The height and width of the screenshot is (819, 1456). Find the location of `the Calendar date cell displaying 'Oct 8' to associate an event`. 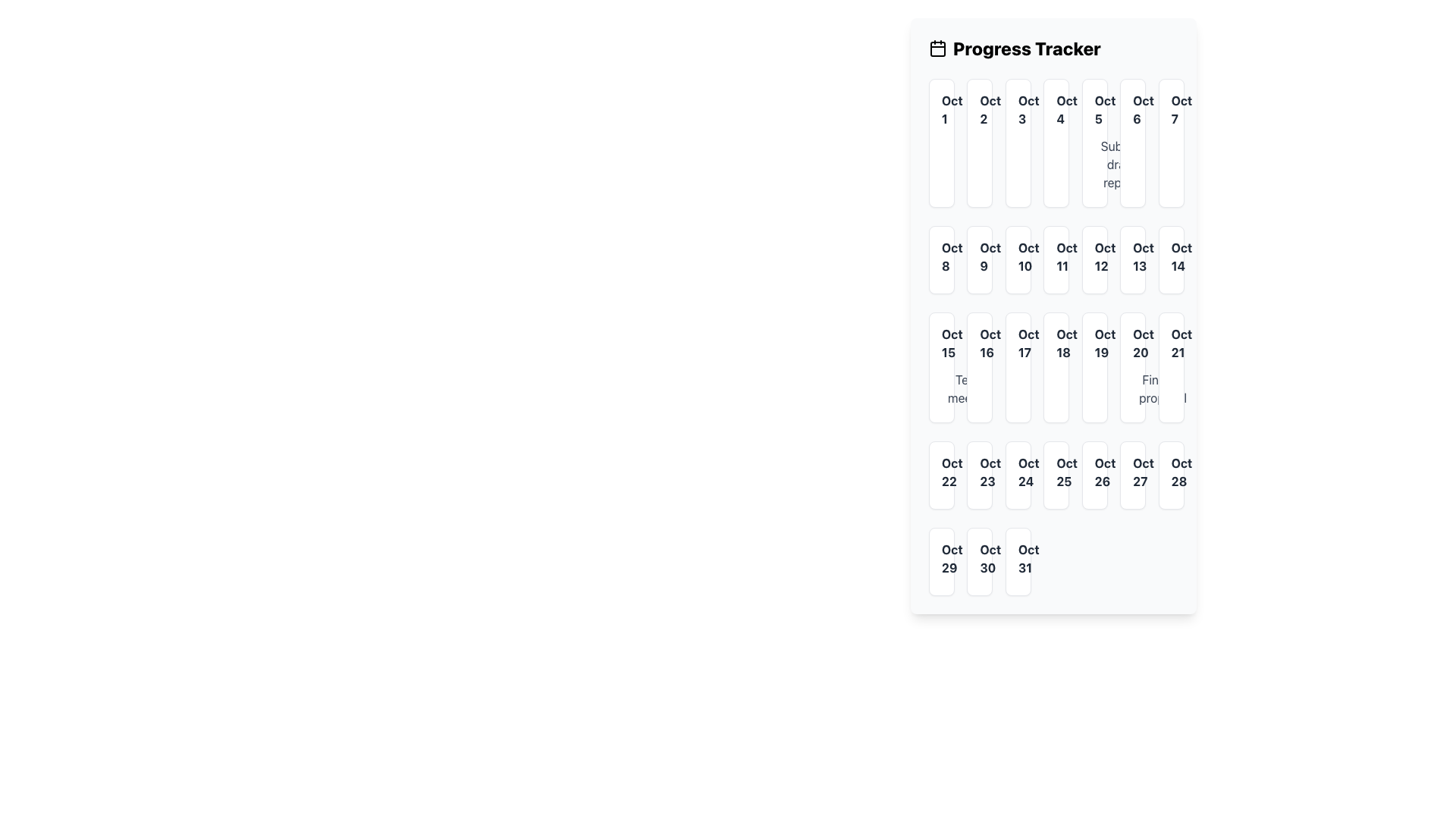

the Calendar date cell displaying 'Oct 8' to associate an event is located at coordinates (941, 259).